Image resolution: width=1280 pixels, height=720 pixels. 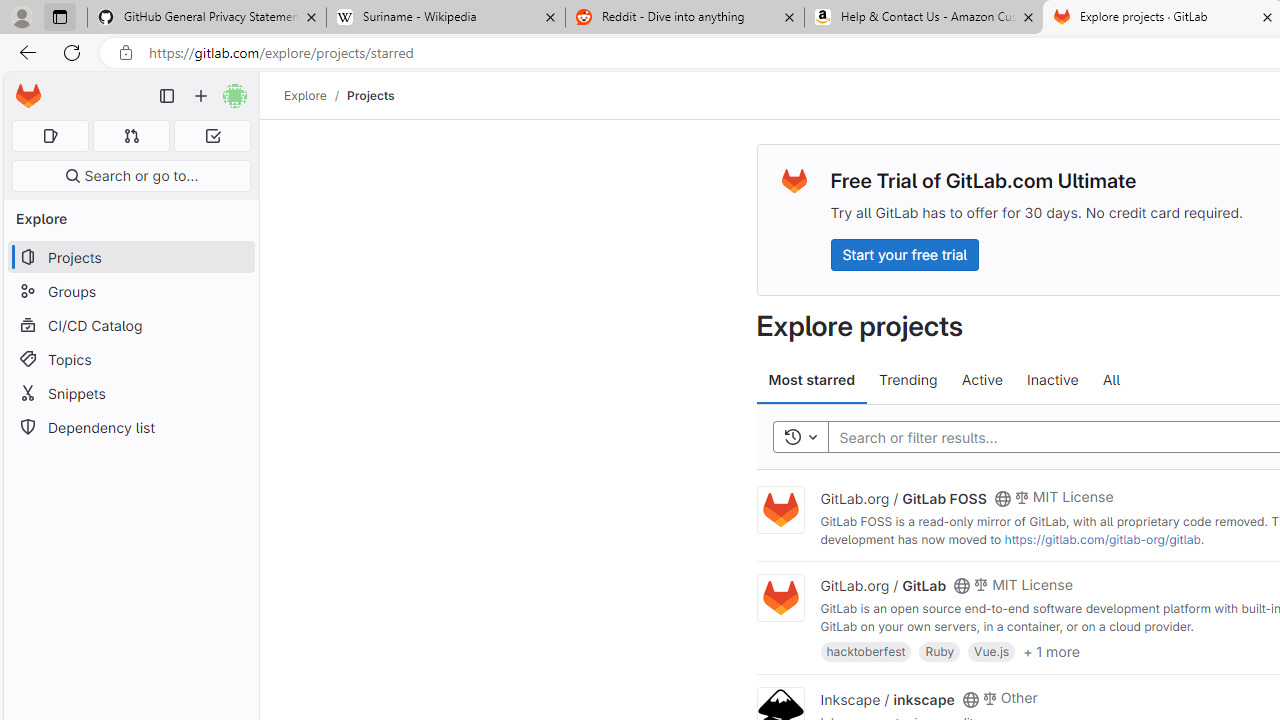 What do you see at coordinates (982, 380) in the screenshot?
I see `'Active'` at bounding box center [982, 380].